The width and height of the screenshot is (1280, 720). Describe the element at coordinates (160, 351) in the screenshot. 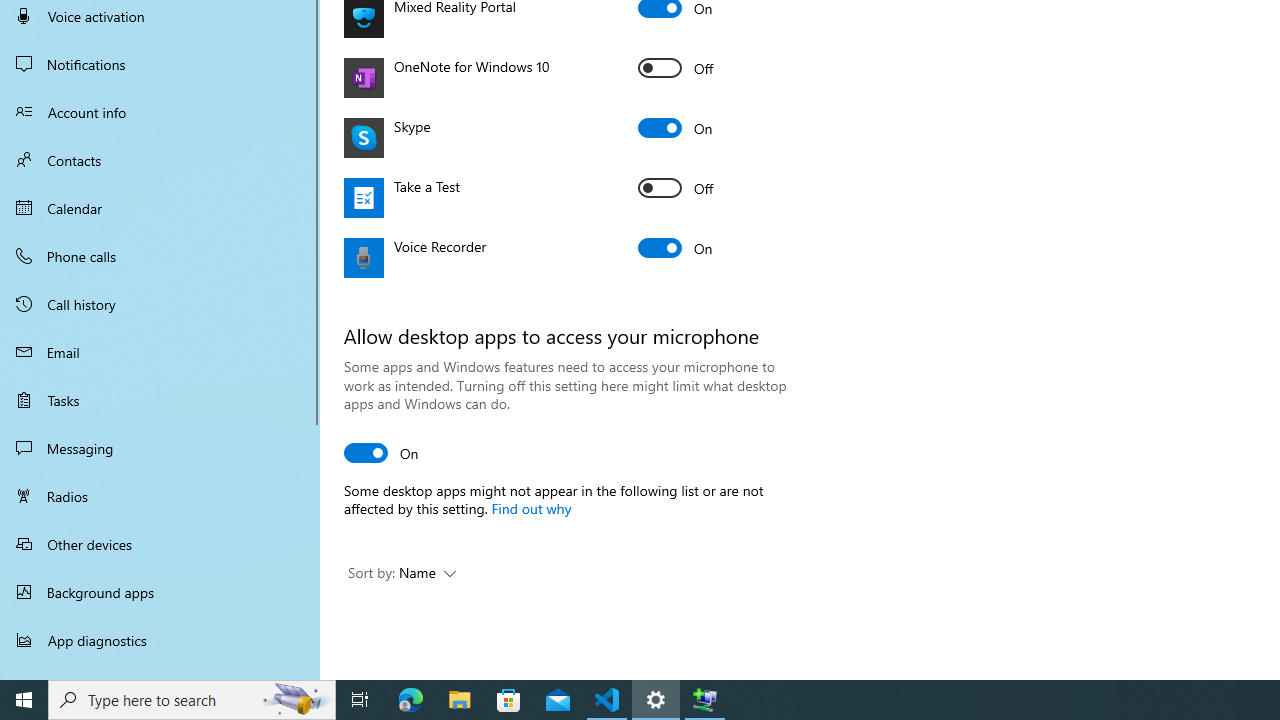

I see `'Email'` at that location.